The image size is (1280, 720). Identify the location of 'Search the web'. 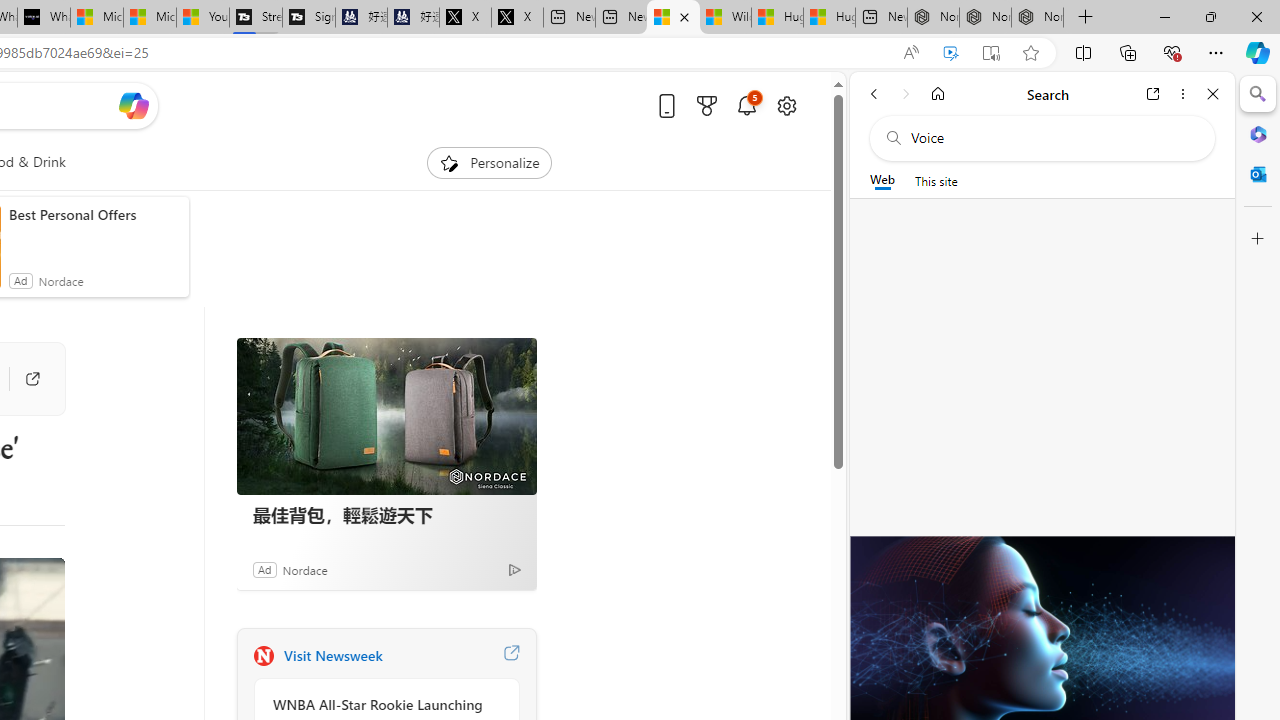
(1051, 137).